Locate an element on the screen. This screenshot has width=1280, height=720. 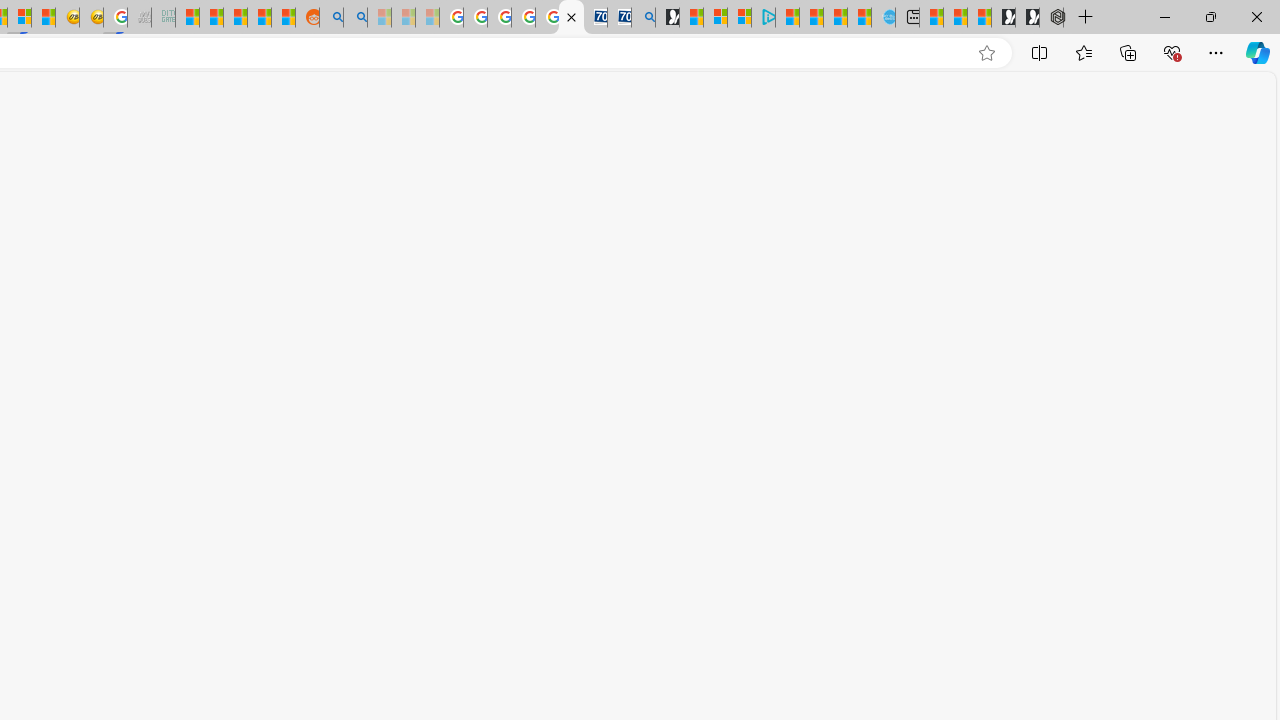
'Nordace - Nordace Siena Is Not An Ordinary Backpack' is located at coordinates (1050, 17).